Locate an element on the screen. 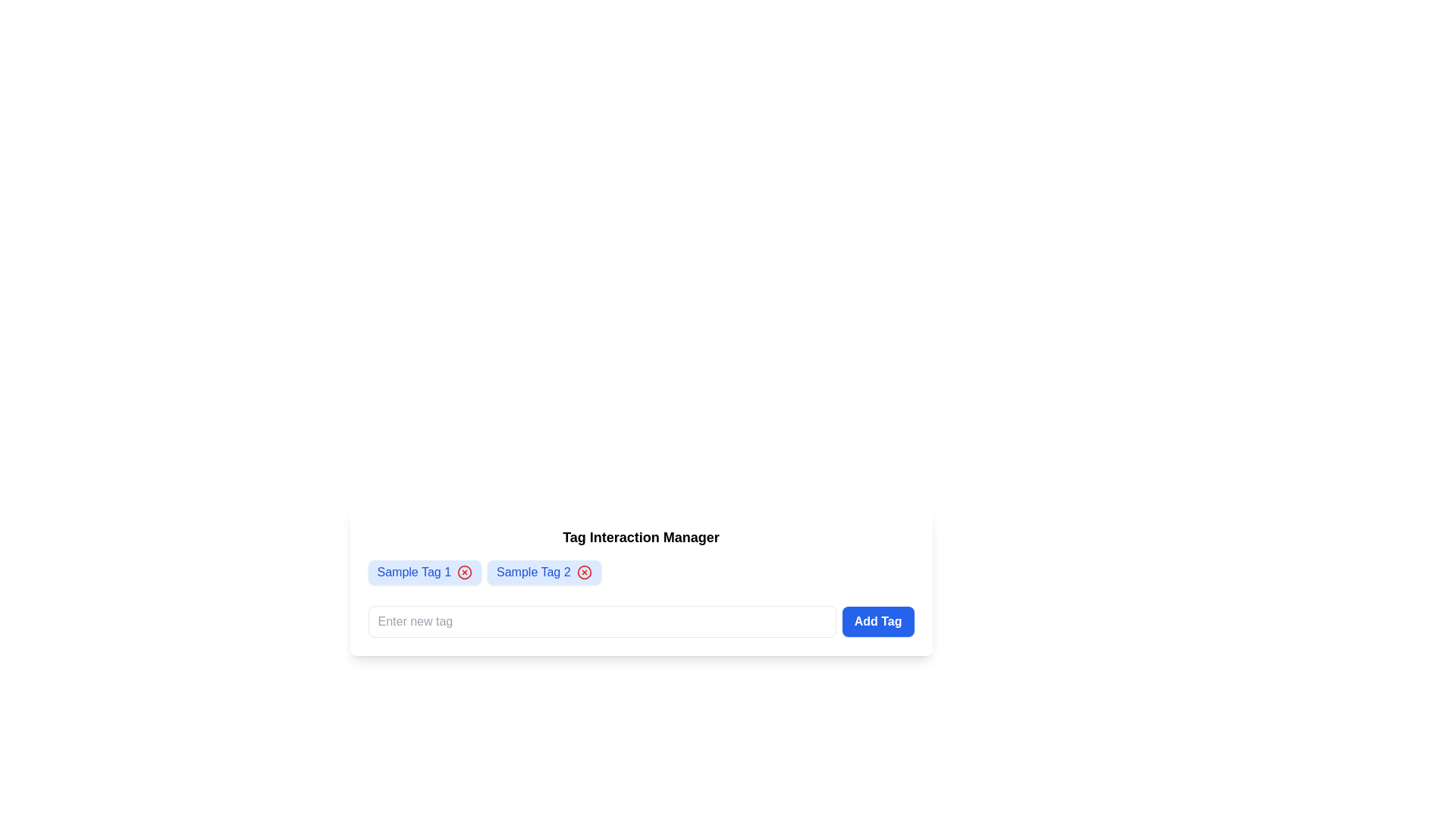 This screenshot has height=819, width=1456. the interactive tag labeled 'Sample Tag 2' is located at coordinates (544, 573).